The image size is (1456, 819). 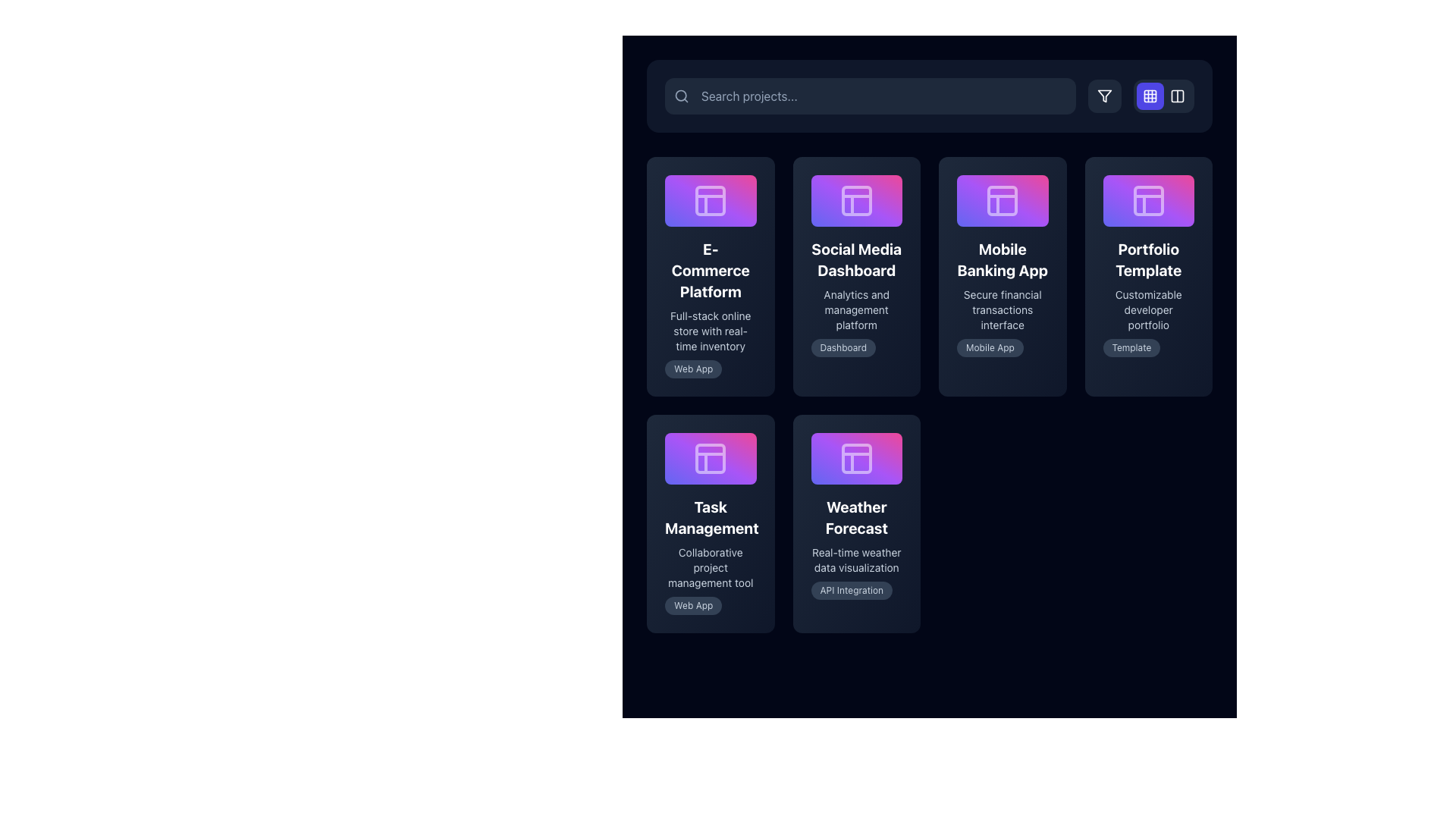 What do you see at coordinates (710, 457) in the screenshot?
I see `the card header with an icon representing the 'Task Management' project type, which is located in the second row and first column of the card grid` at bounding box center [710, 457].